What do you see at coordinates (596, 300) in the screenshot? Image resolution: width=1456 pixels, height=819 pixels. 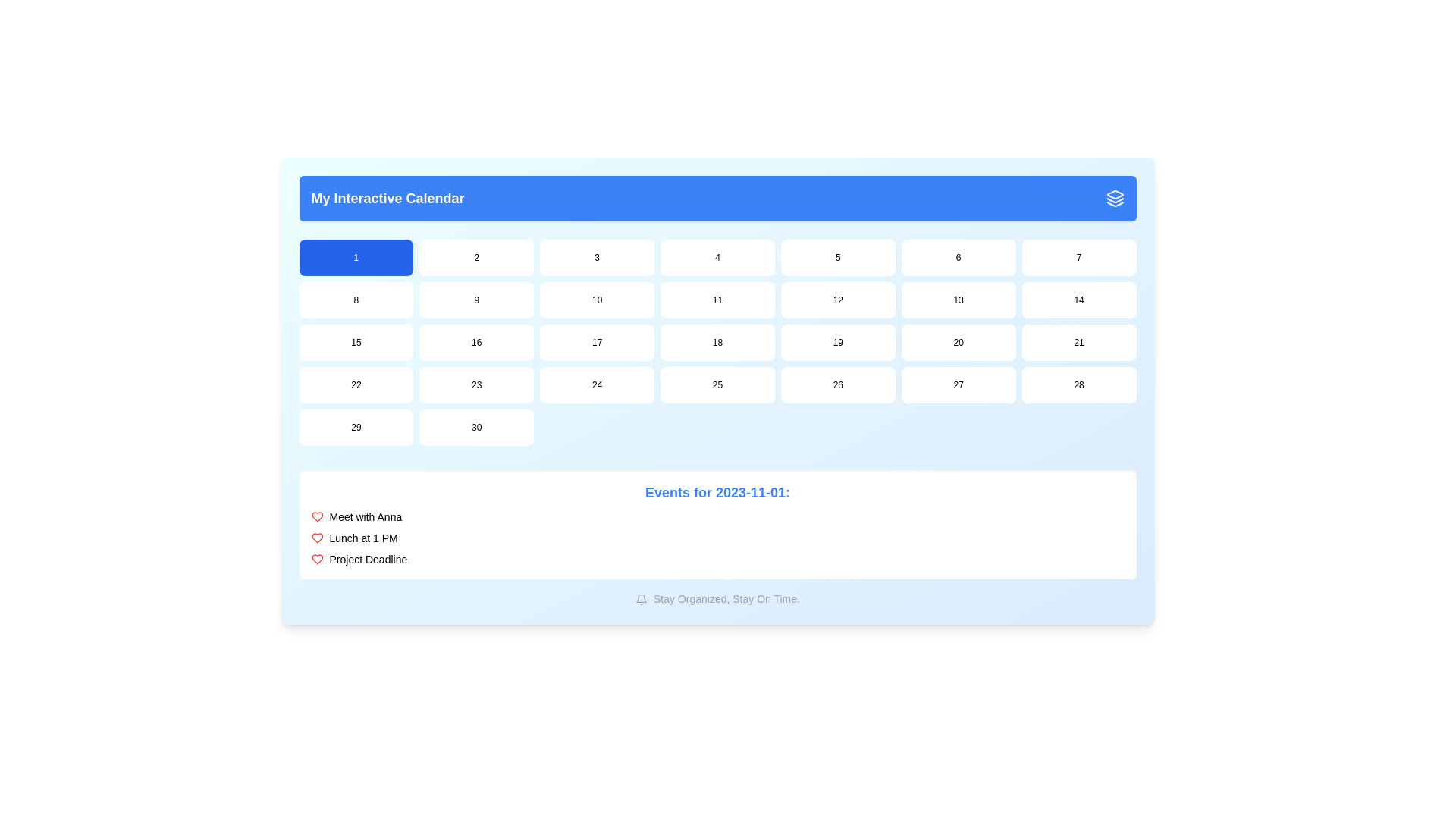 I see `the button labeled '10', which is a rounded rectangular box with a white background located in the second row and third column of the calendar grid` at bounding box center [596, 300].